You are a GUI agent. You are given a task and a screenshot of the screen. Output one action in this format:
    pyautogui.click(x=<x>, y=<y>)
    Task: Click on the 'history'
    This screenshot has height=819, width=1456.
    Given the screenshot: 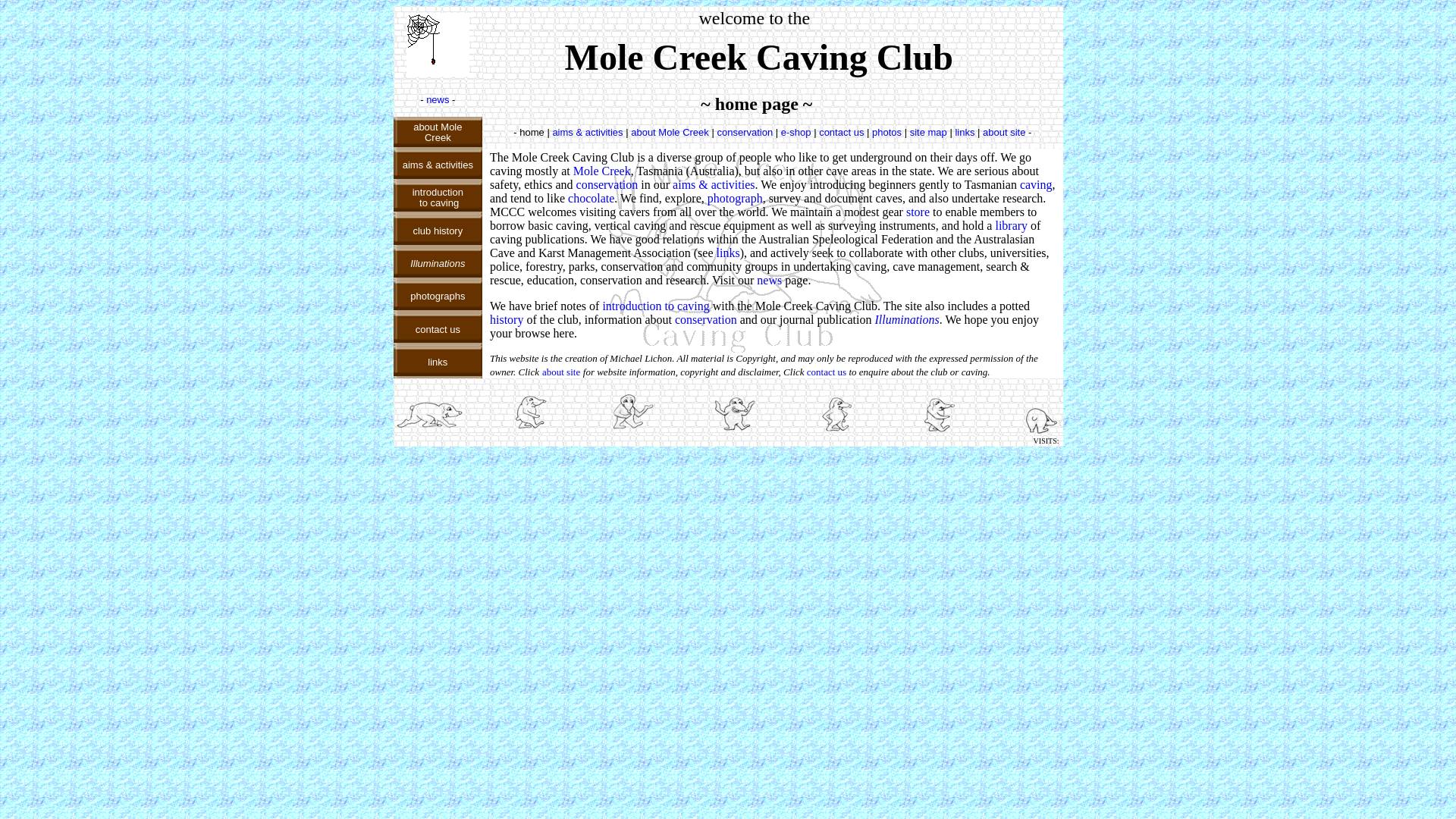 What is the action you would take?
    pyautogui.click(x=506, y=318)
    